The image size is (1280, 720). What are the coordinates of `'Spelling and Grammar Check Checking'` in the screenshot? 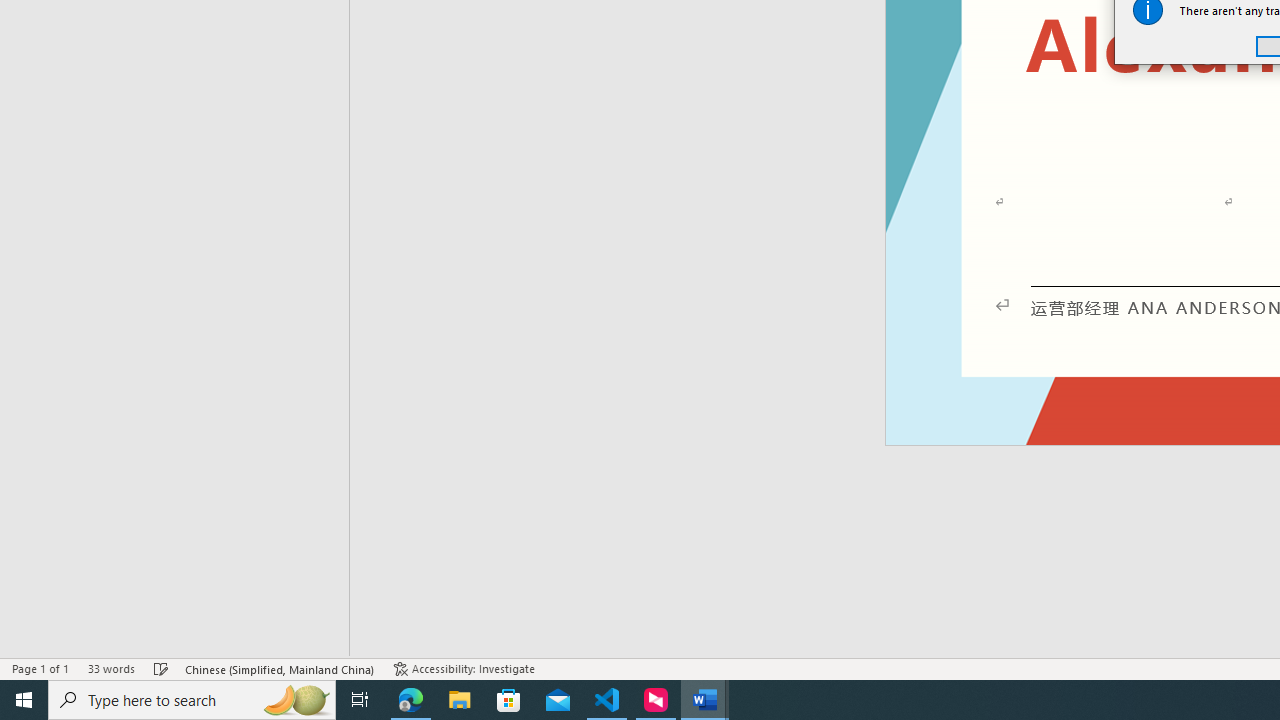 It's located at (161, 669).